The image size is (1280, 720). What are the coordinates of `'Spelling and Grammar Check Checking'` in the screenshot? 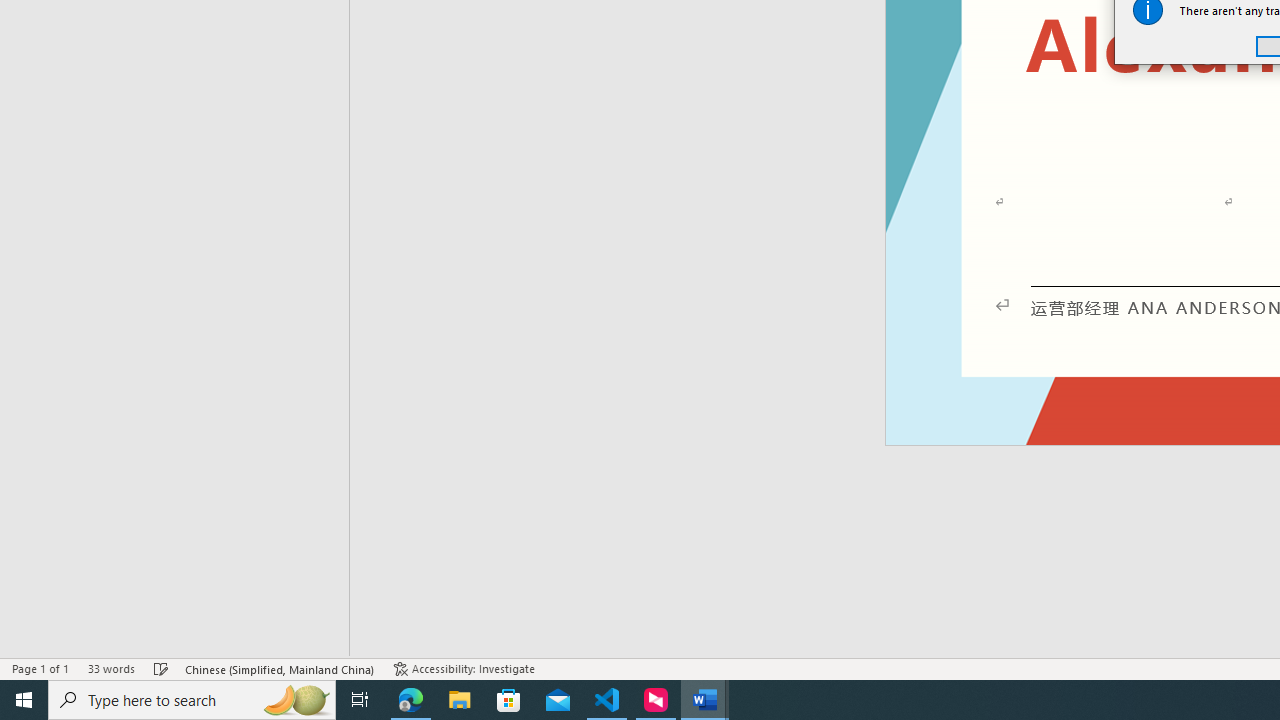 It's located at (161, 669).